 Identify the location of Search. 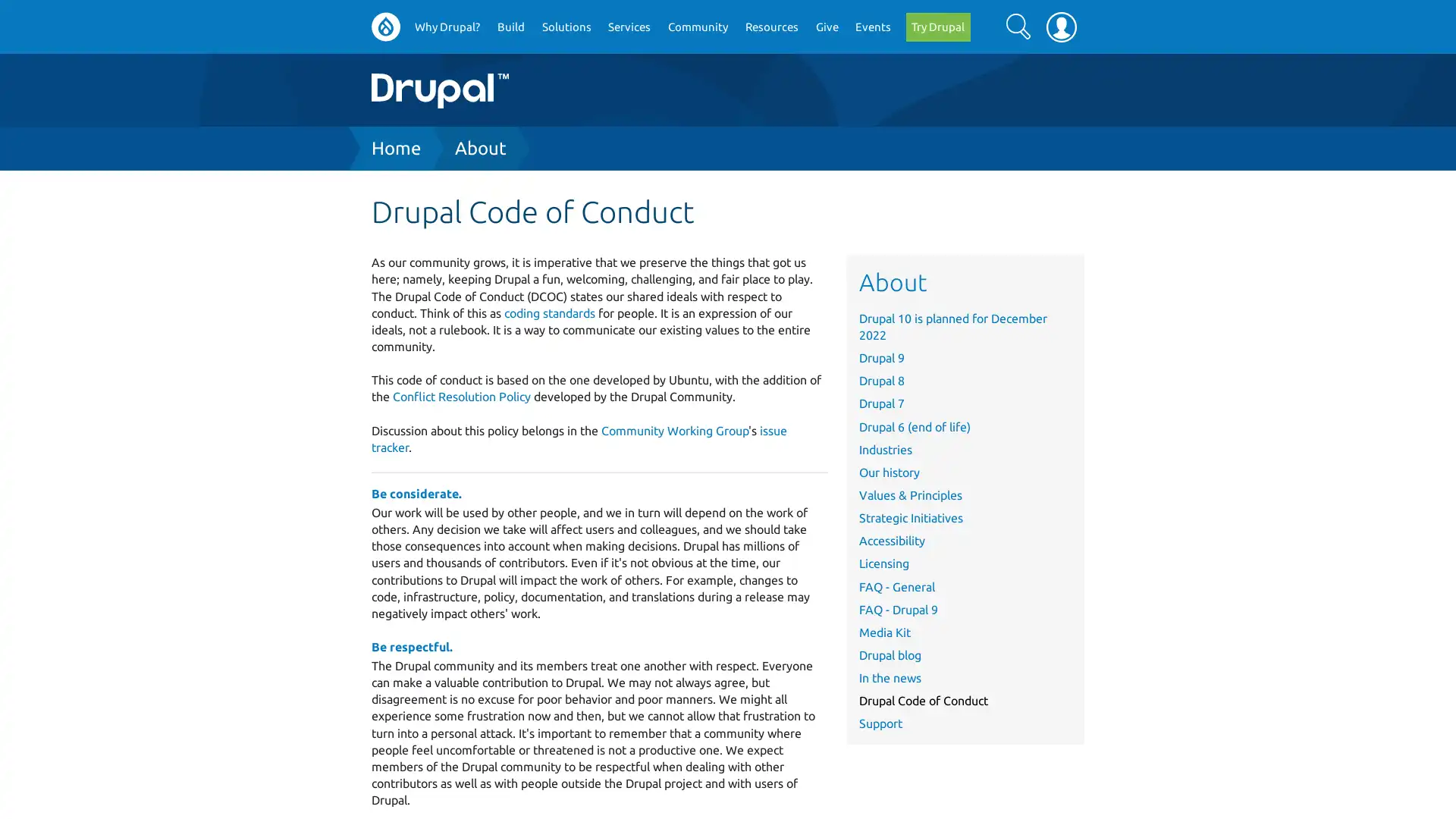
(1018, 26).